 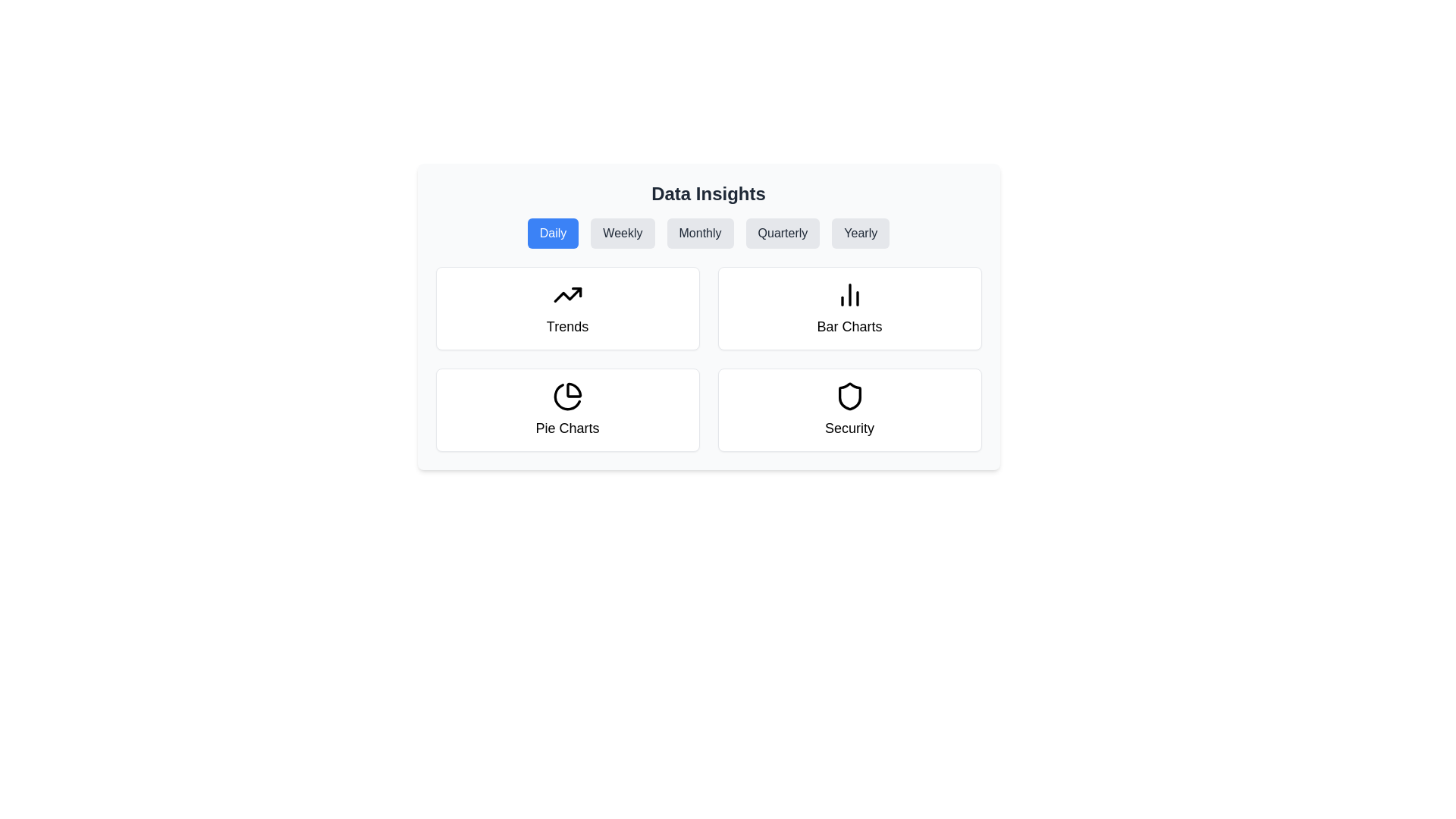 I want to click on the 'Yearly' button, the last button in the row of time interval options, so click(x=861, y=234).